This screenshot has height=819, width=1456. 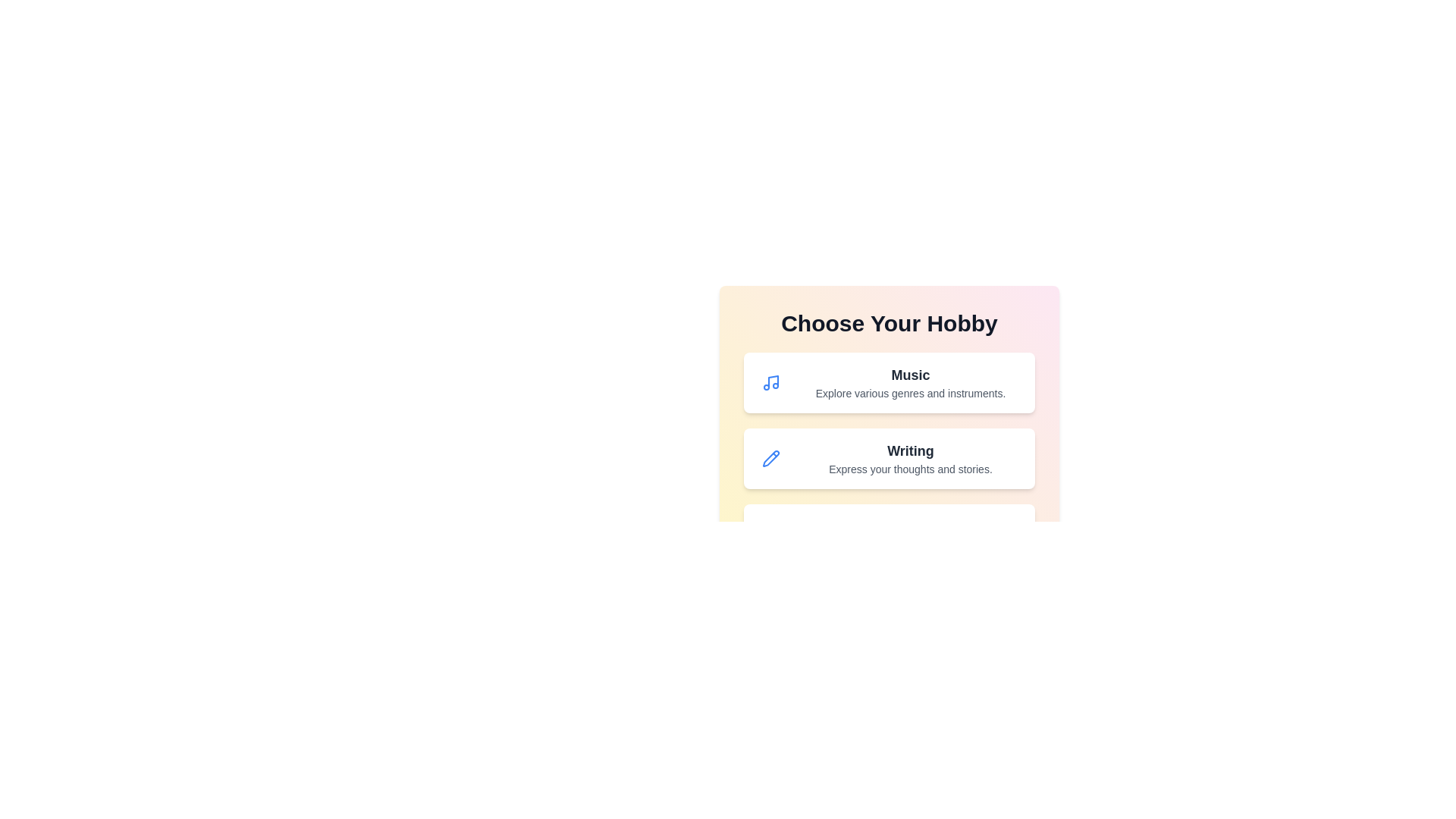 What do you see at coordinates (771, 458) in the screenshot?
I see `the icon corresponding to Writing to inspect its design` at bounding box center [771, 458].